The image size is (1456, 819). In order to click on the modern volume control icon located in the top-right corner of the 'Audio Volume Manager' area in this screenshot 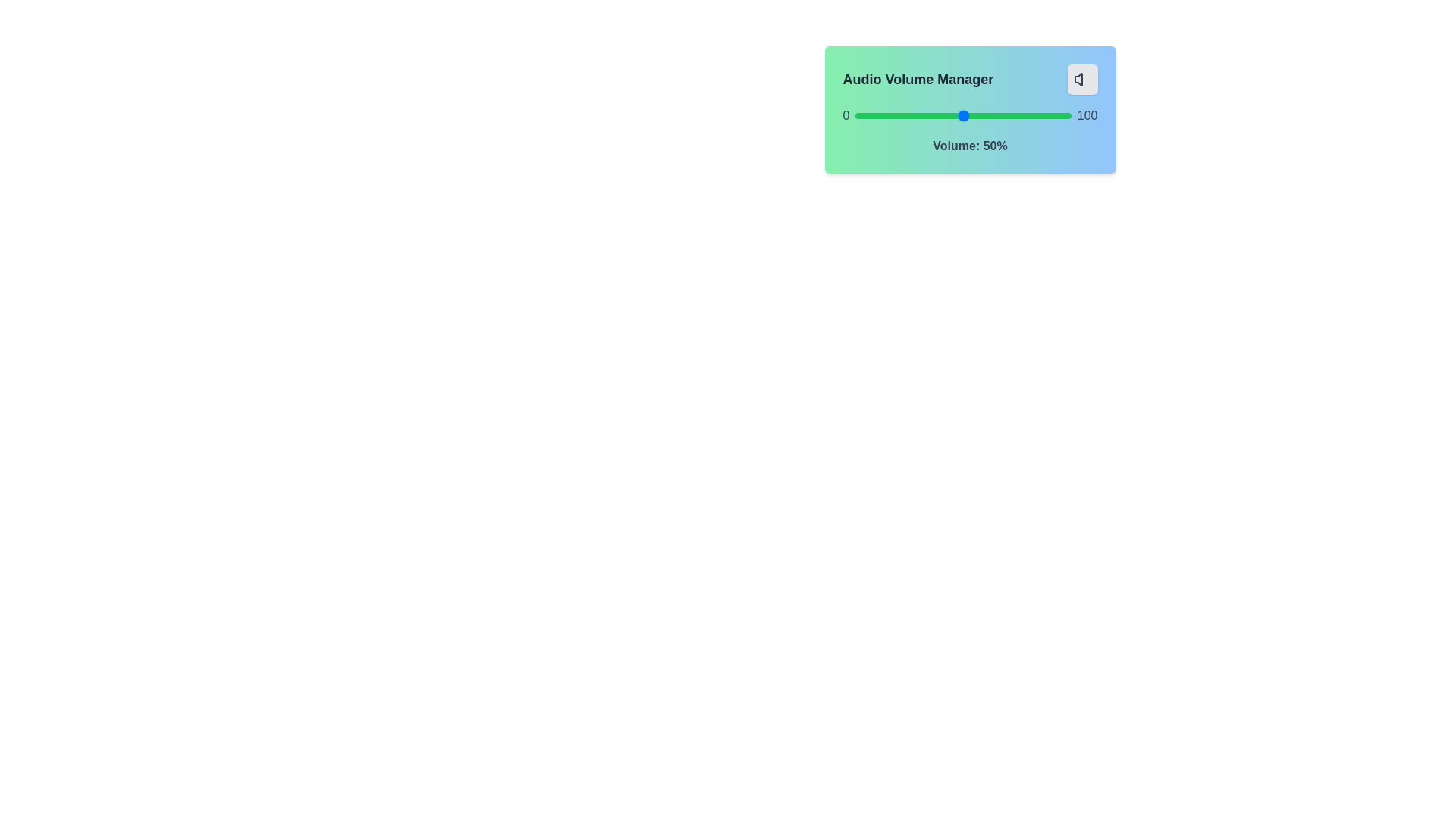, I will do `click(1077, 79)`.